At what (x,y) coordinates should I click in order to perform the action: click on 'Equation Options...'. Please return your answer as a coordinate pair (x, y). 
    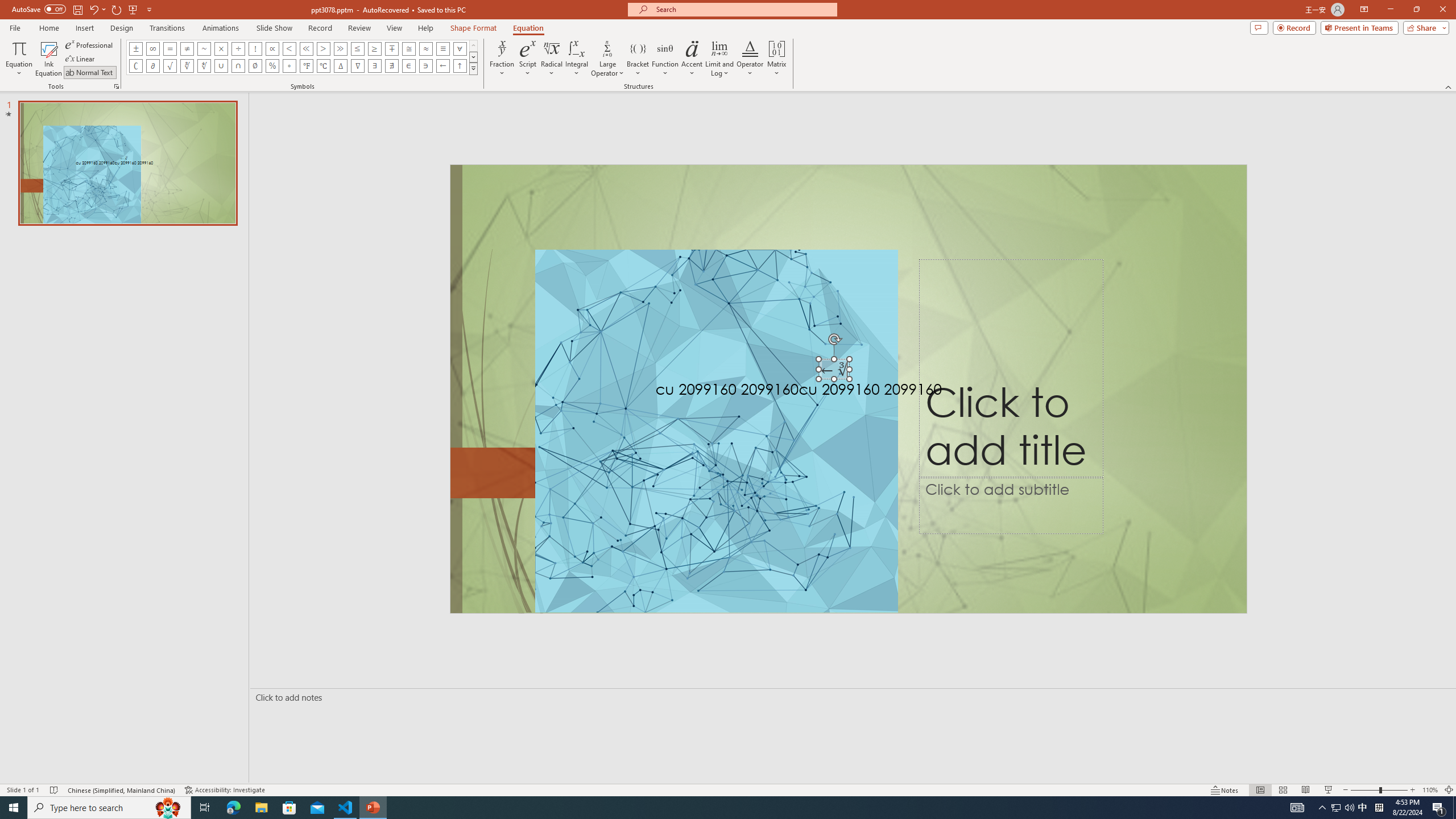
    Looking at the image, I should click on (115, 85).